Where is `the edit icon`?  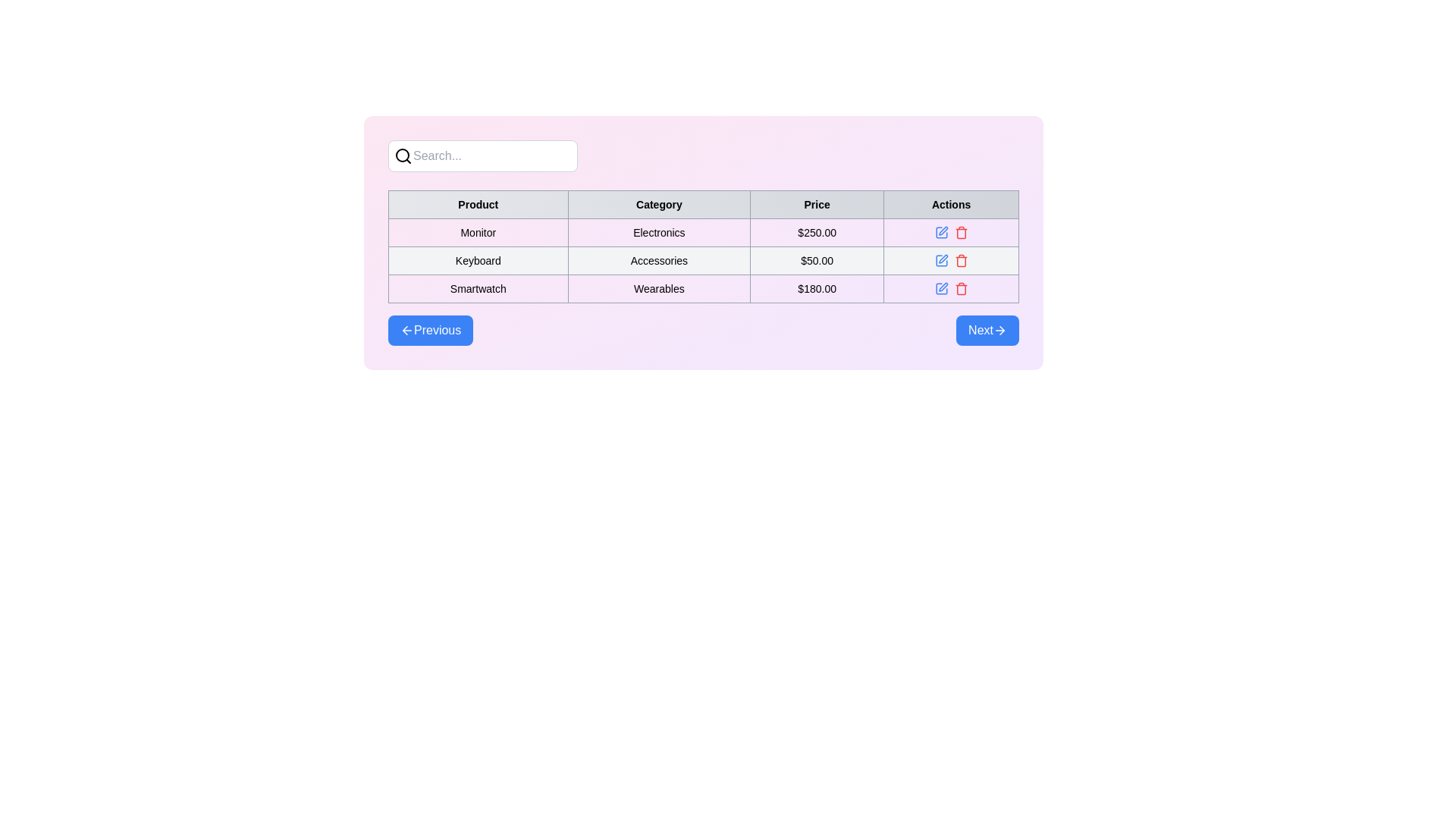
the edit icon is located at coordinates (942, 258).